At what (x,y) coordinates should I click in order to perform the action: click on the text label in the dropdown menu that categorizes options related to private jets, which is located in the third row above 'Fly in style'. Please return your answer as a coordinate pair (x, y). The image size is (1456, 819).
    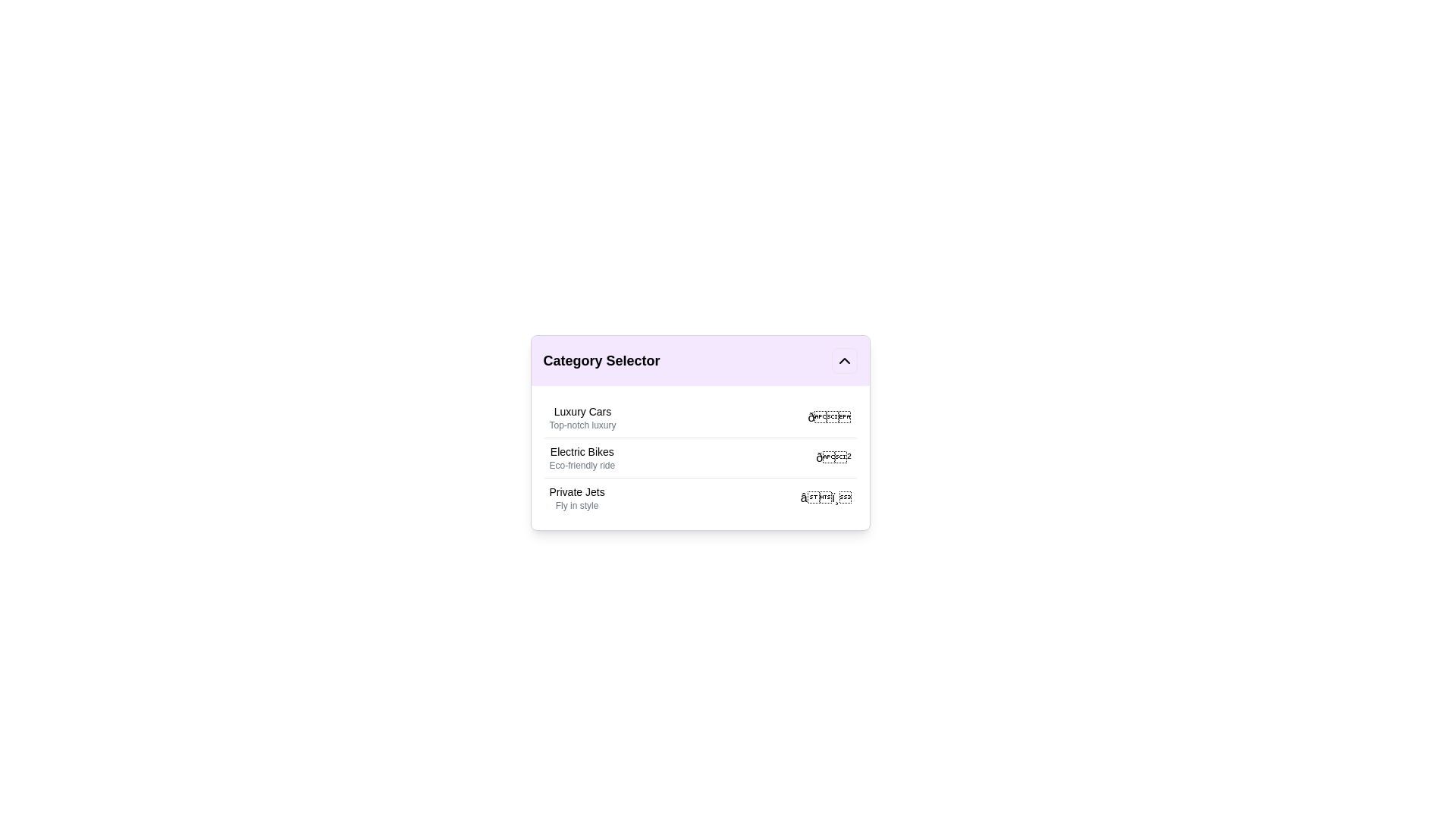
    Looking at the image, I should click on (576, 491).